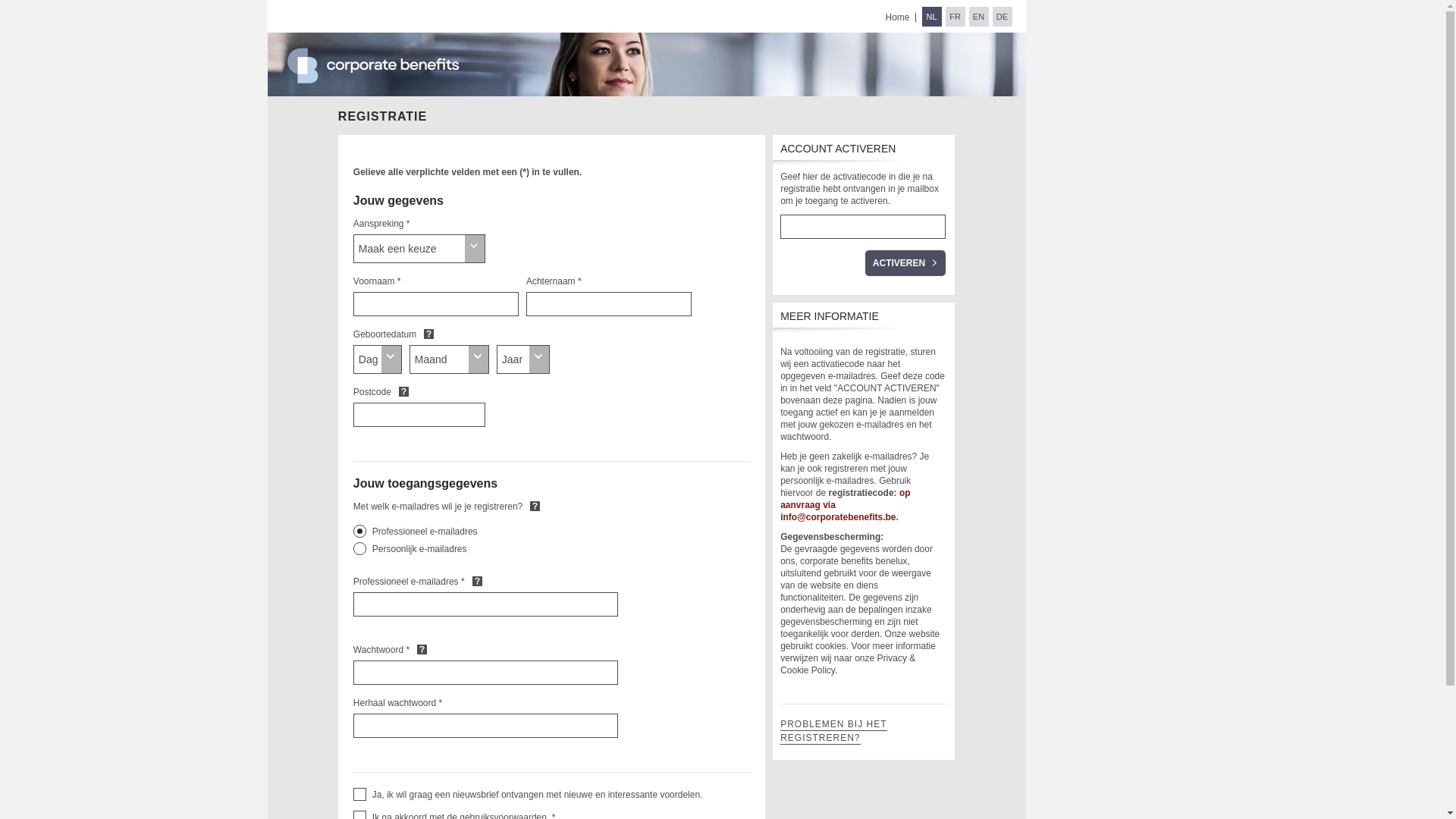 This screenshot has height=819, width=1456. I want to click on 'PROBLEMEN BIJ HET REGISTREREN?', so click(833, 730).